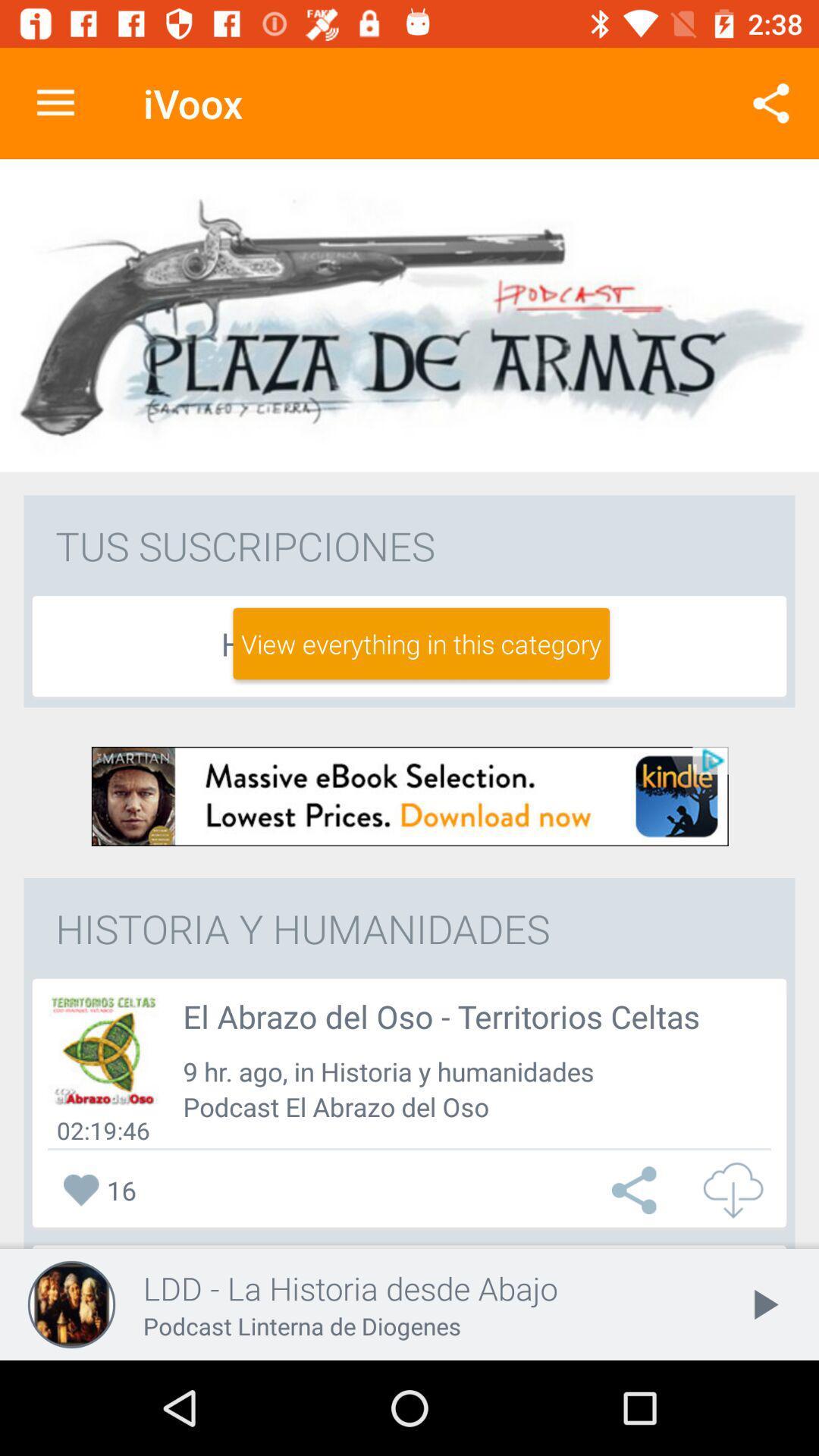 The image size is (819, 1456). Describe the element at coordinates (638, 1189) in the screenshot. I see `share button` at that location.